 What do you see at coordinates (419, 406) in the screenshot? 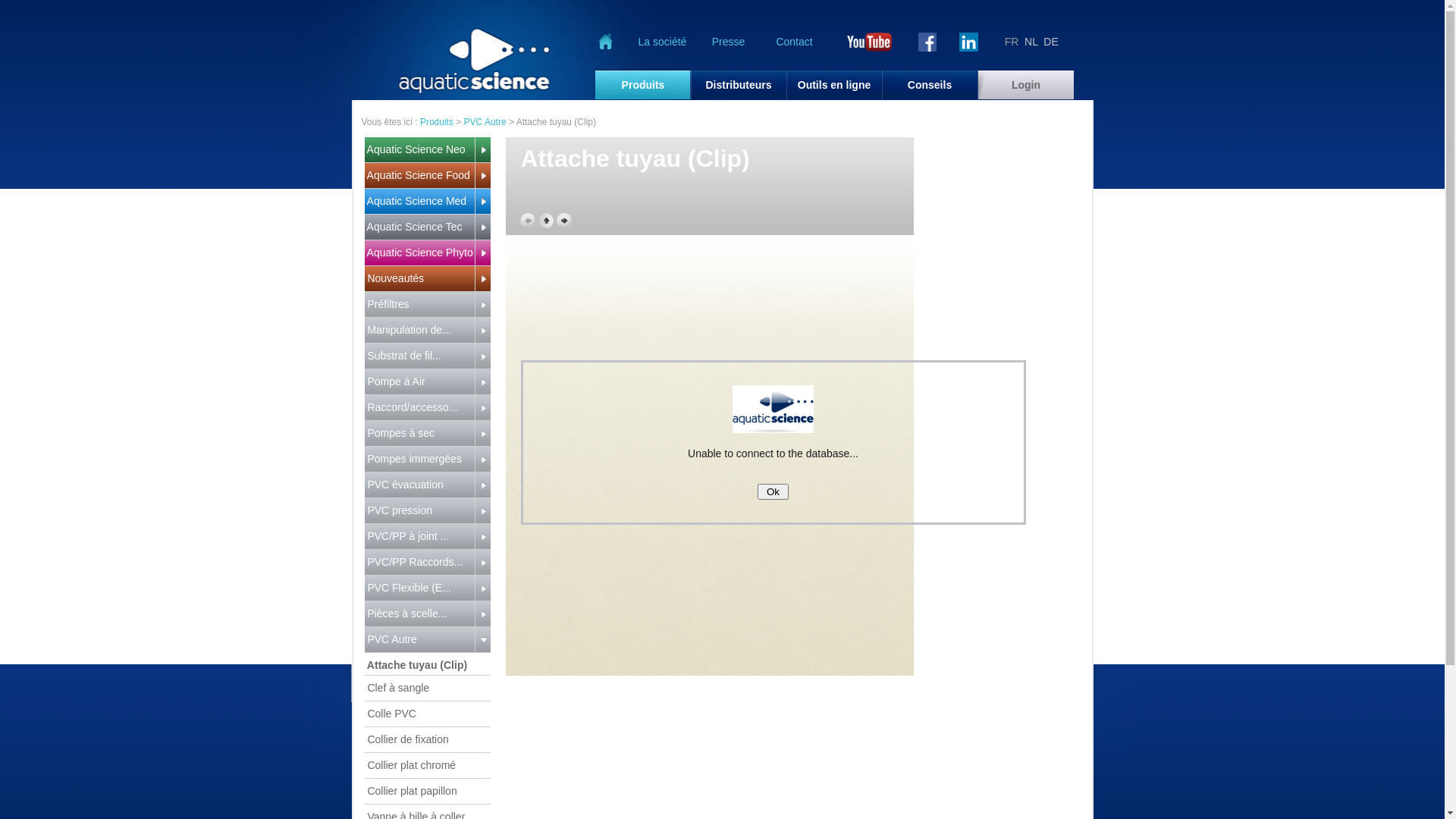
I see `' Raccord/accesso...'` at bounding box center [419, 406].